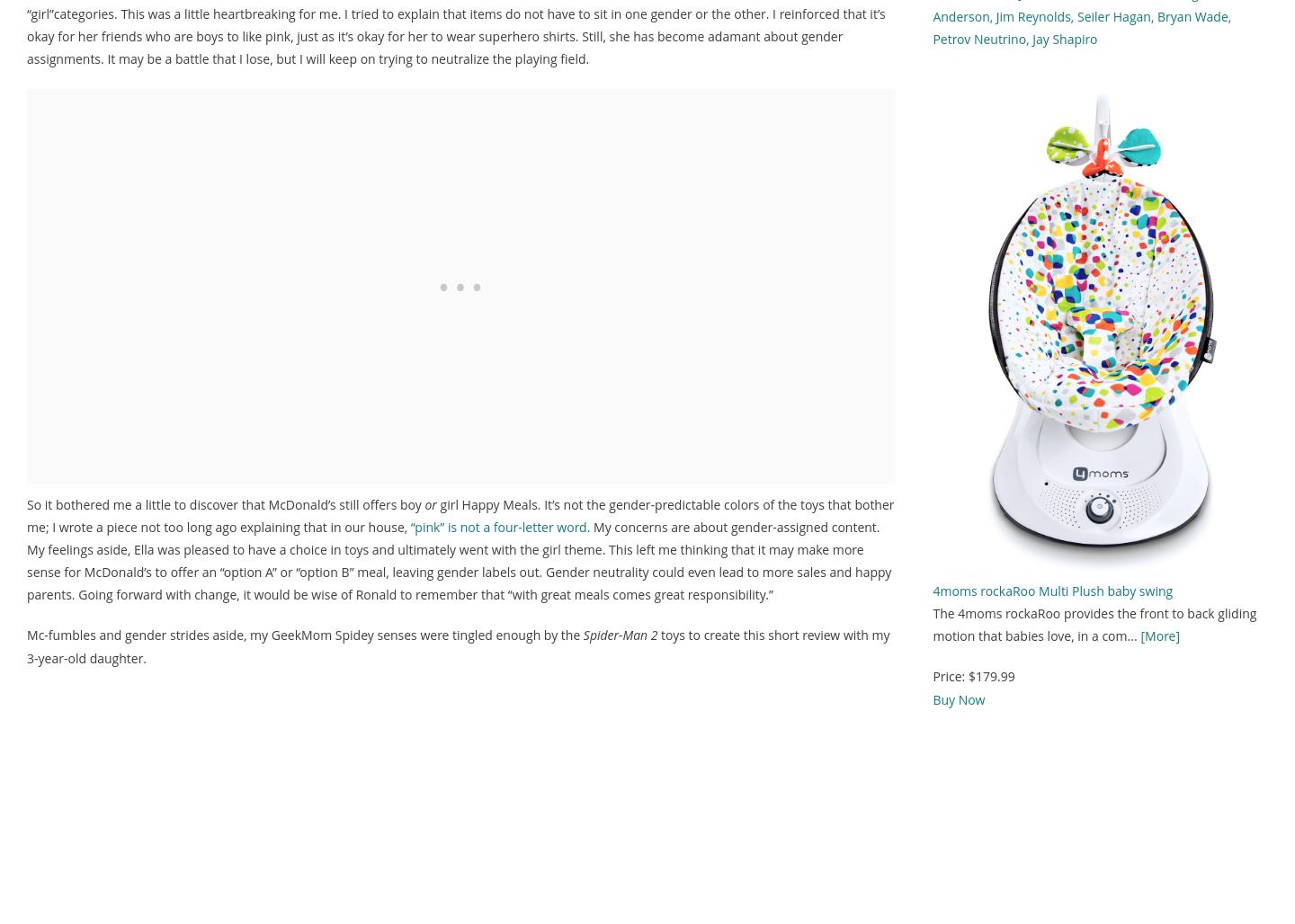  What do you see at coordinates (303, 635) in the screenshot?
I see `'Mc-fumbles and gender strides aside, my GeekMom Spidey senses were tingled enough by the'` at bounding box center [303, 635].